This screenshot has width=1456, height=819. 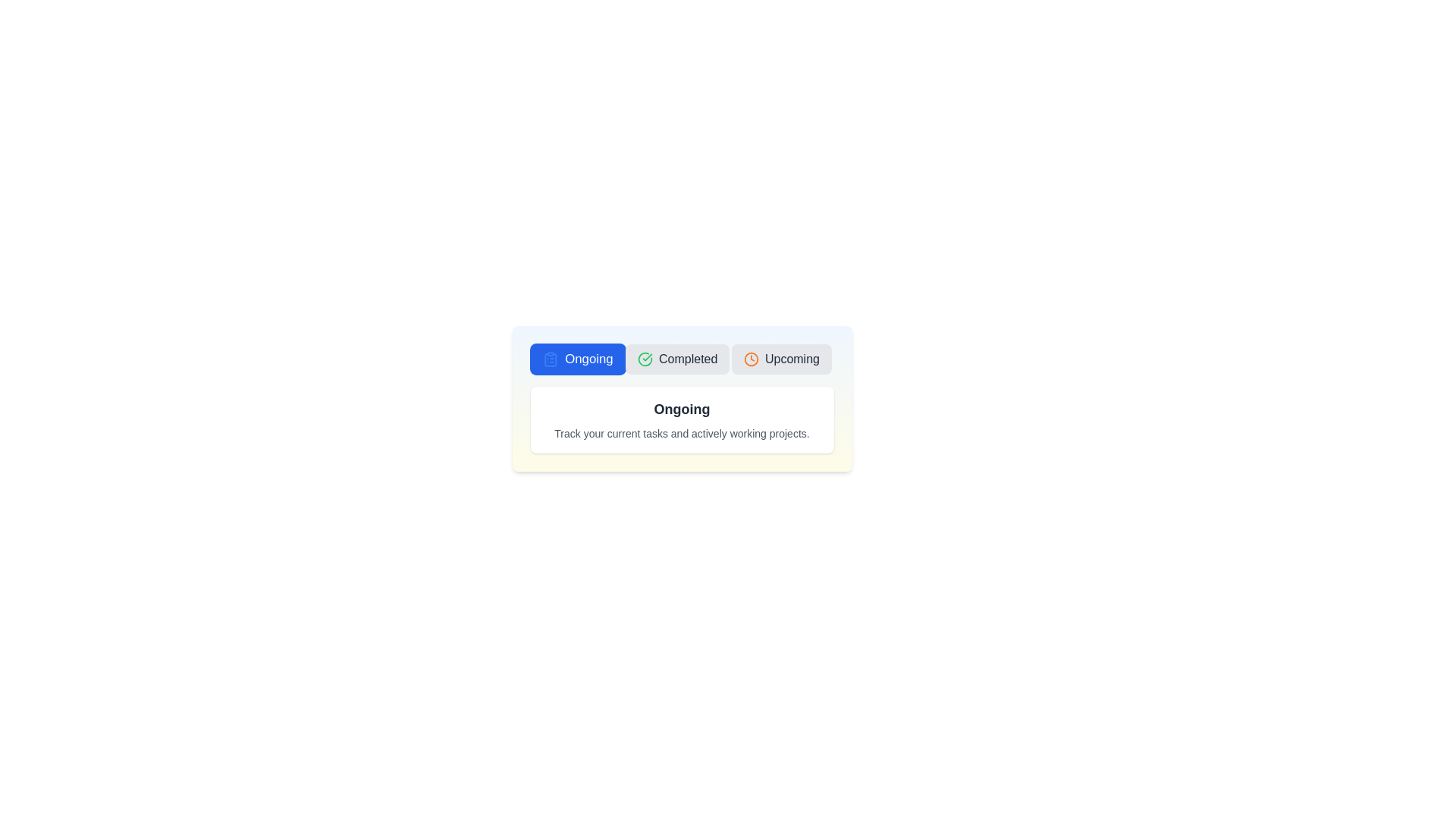 I want to click on the 'Ongoing' tab to view ongoing tasks, so click(x=577, y=359).